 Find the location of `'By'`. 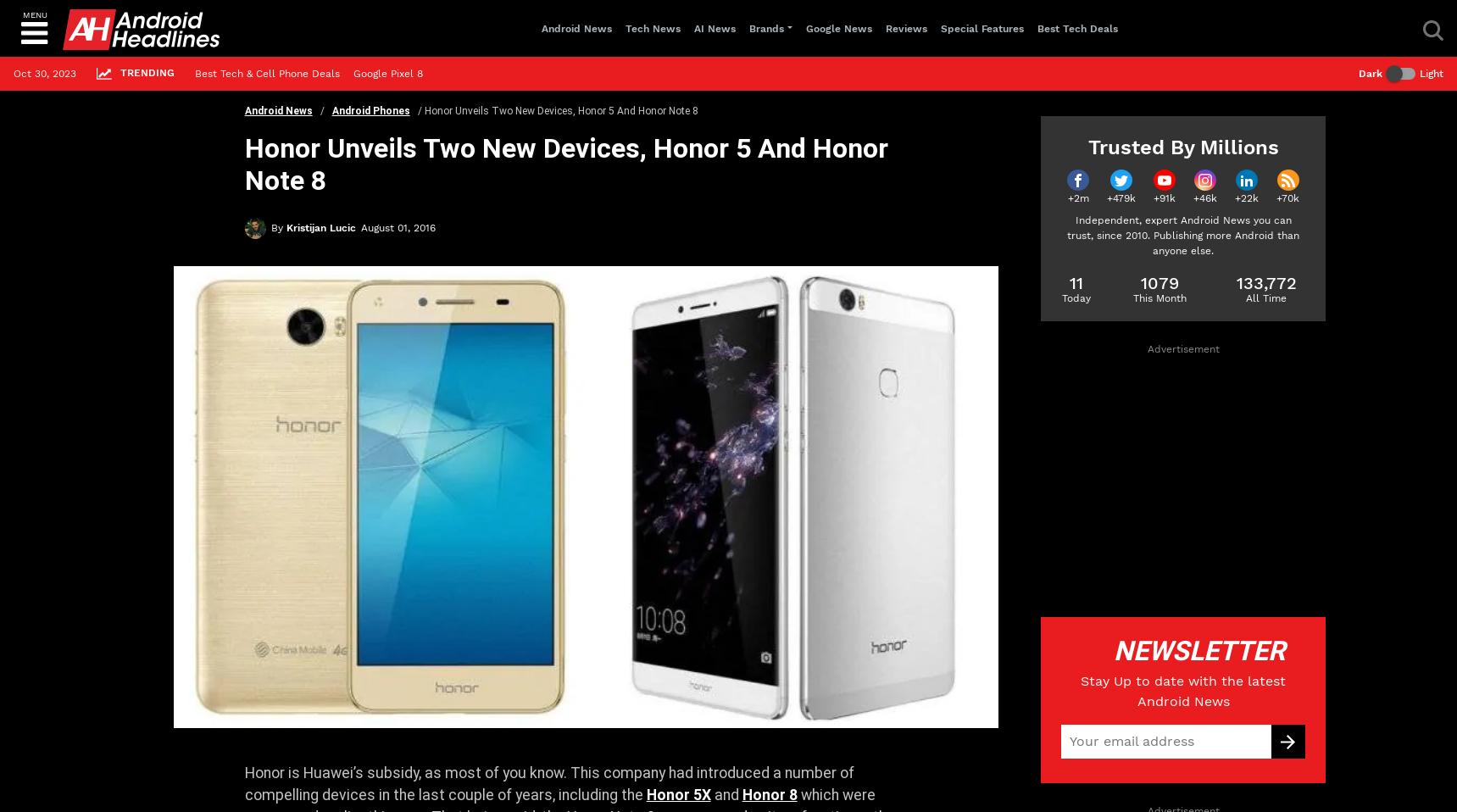

'By' is located at coordinates (270, 228).